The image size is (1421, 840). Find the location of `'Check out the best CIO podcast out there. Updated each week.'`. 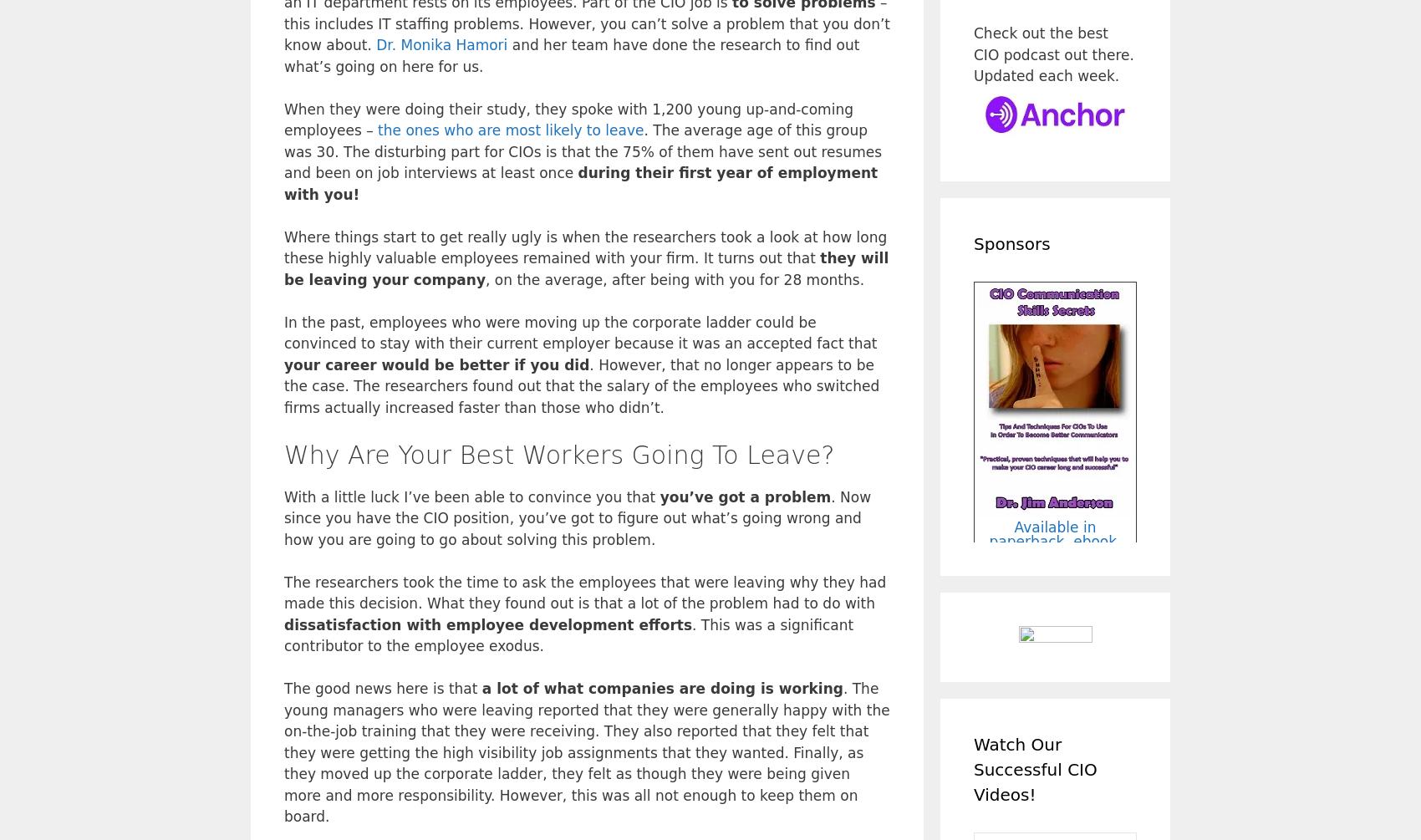

'Check out the best CIO podcast out there. Updated each week.' is located at coordinates (1052, 54).